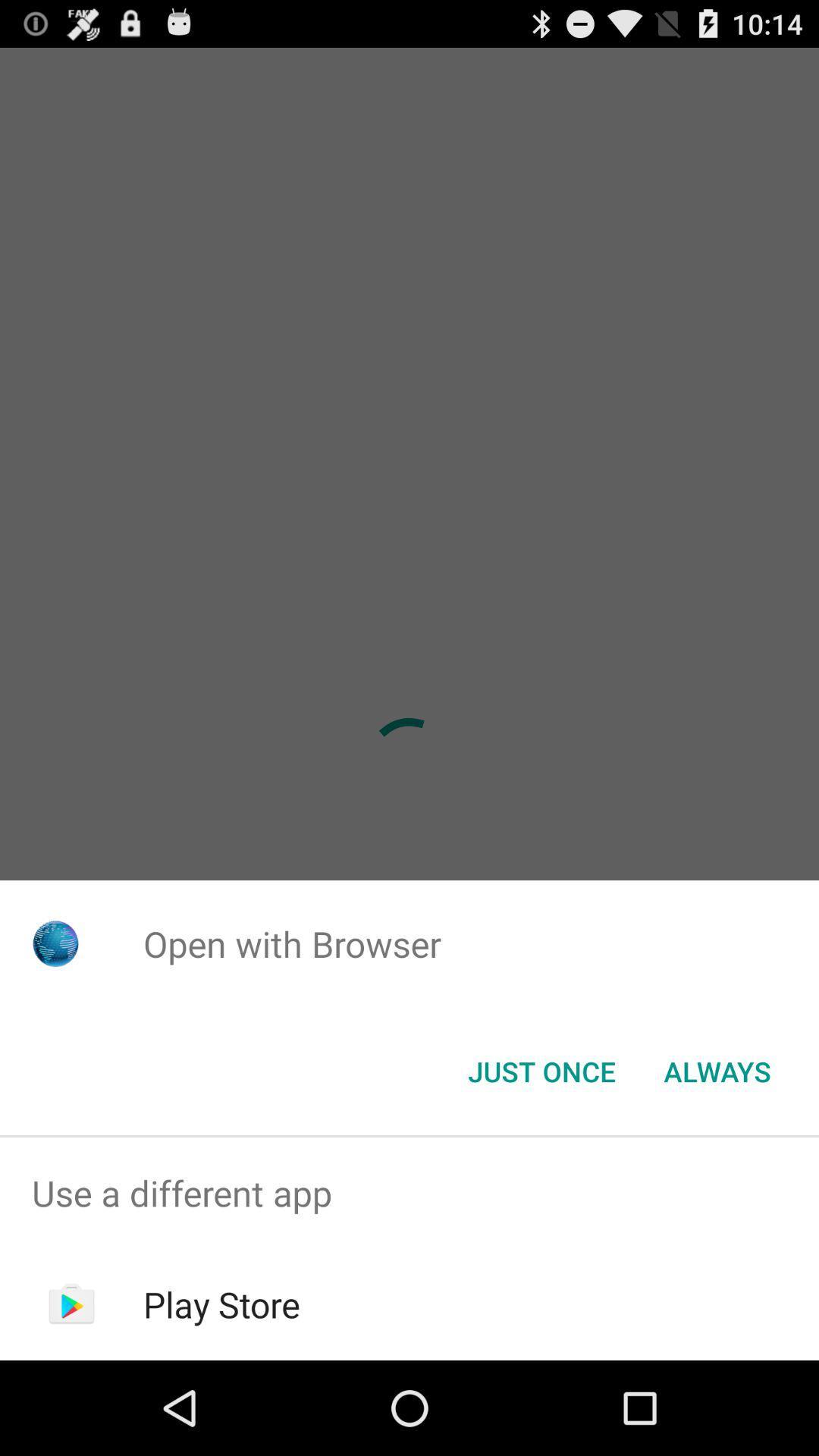 The height and width of the screenshot is (1456, 819). Describe the element at coordinates (221, 1304) in the screenshot. I see `the play store app` at that location.